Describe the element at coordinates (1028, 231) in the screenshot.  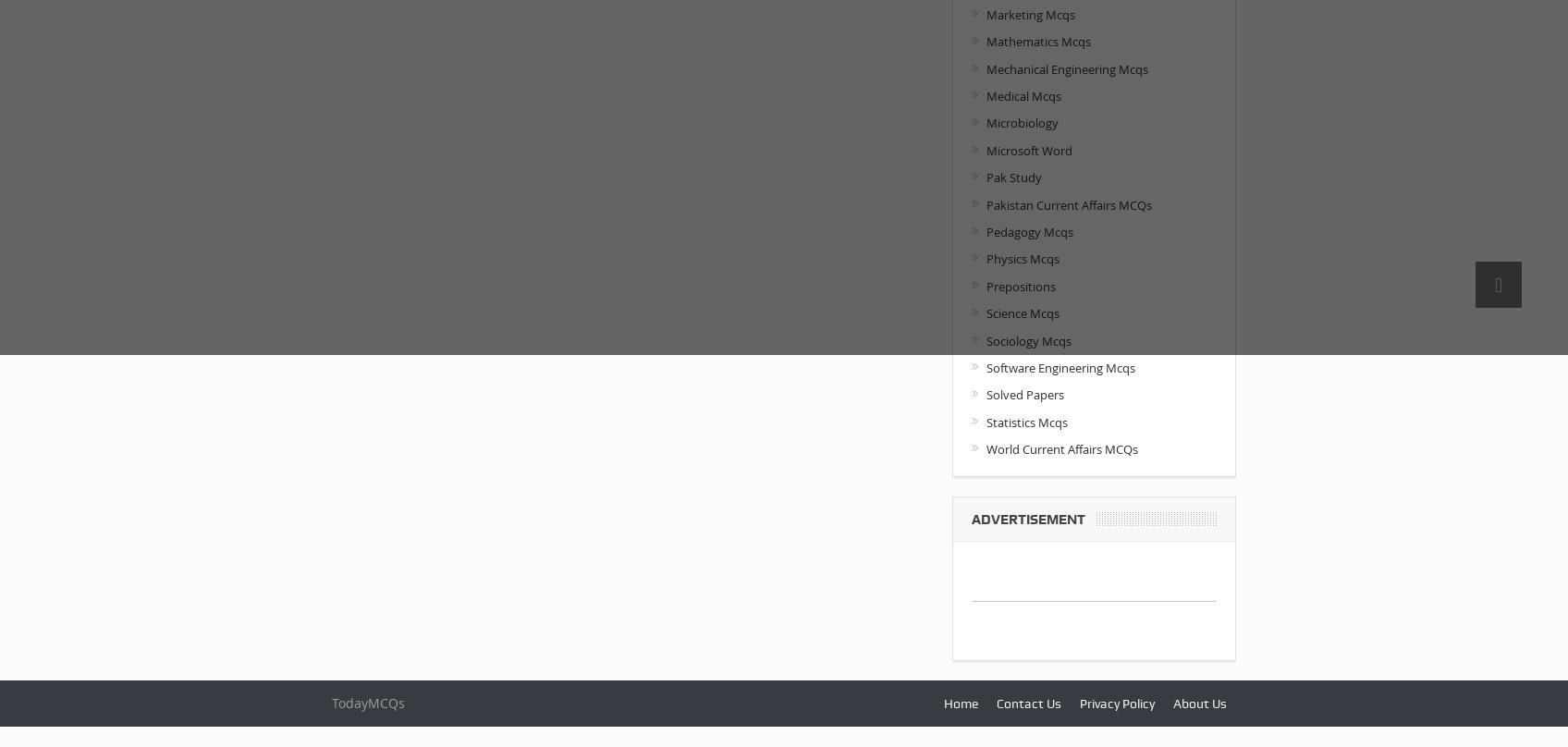
I see `'Pedagogy Mcqs'` at that location.